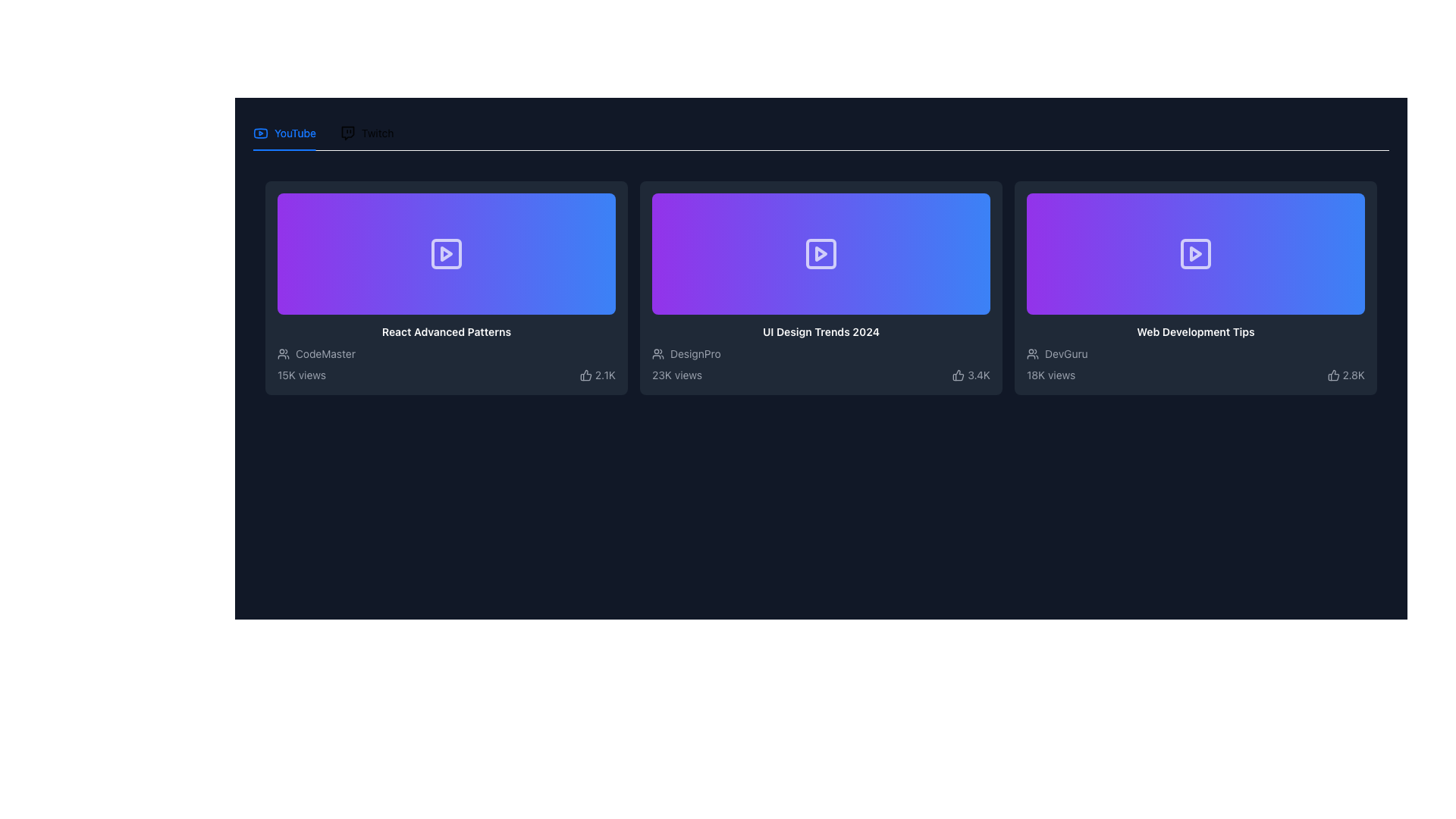 This screenshot has height=819, width=1456. What do you see at coordinates (1195, 253) in the screenshot?
I see `the outer rectangle of the play button icon in the rightmost video card beneath the title 'Web Development Tips' to play the video` at bounding box center [1195, 253].